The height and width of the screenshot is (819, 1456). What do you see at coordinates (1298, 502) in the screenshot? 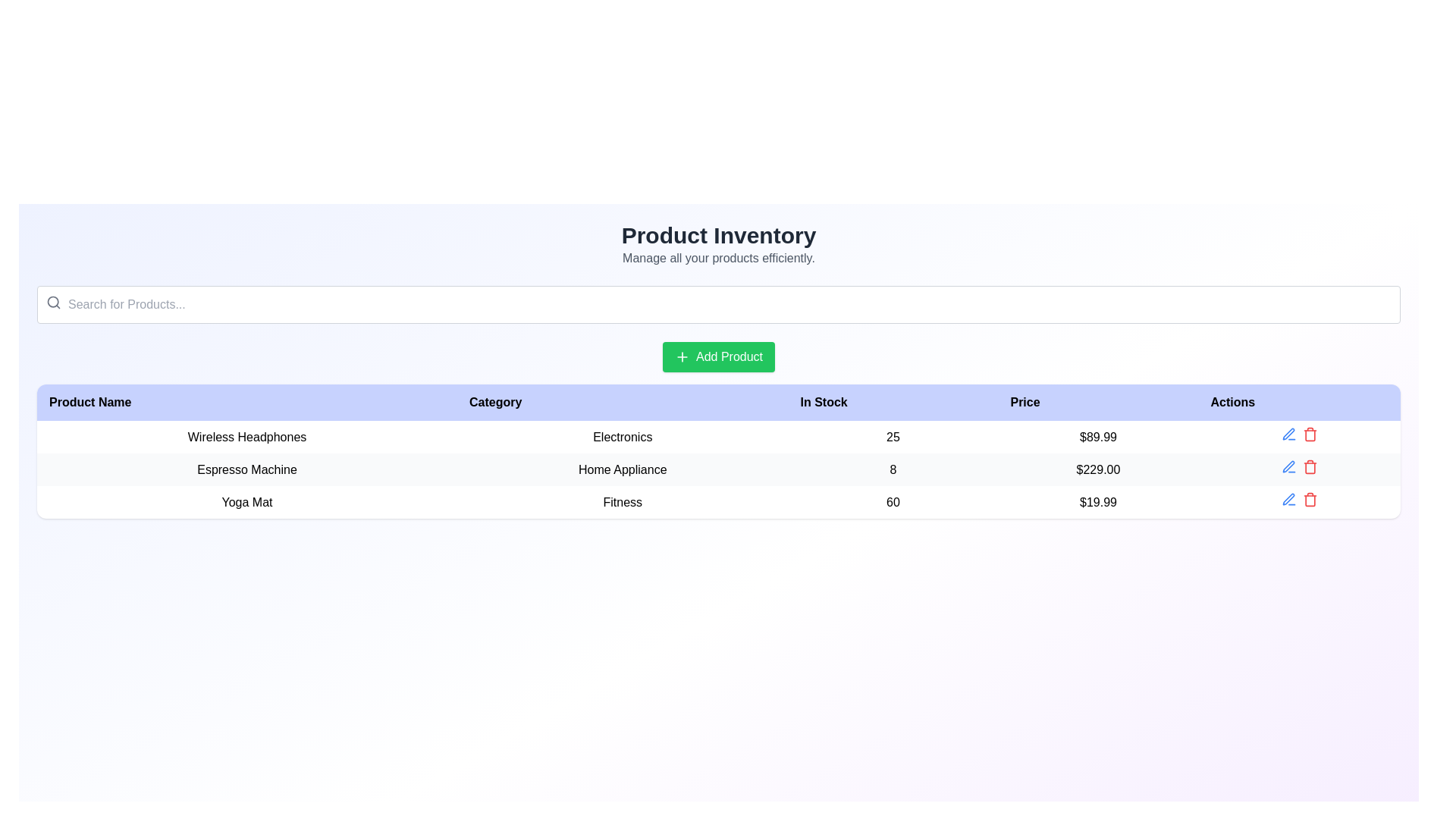
I see `the delete icon in the Actions column of the last row for the Yoga Mat entry in the Product Inventory table` at bounding box center [1298, 502].